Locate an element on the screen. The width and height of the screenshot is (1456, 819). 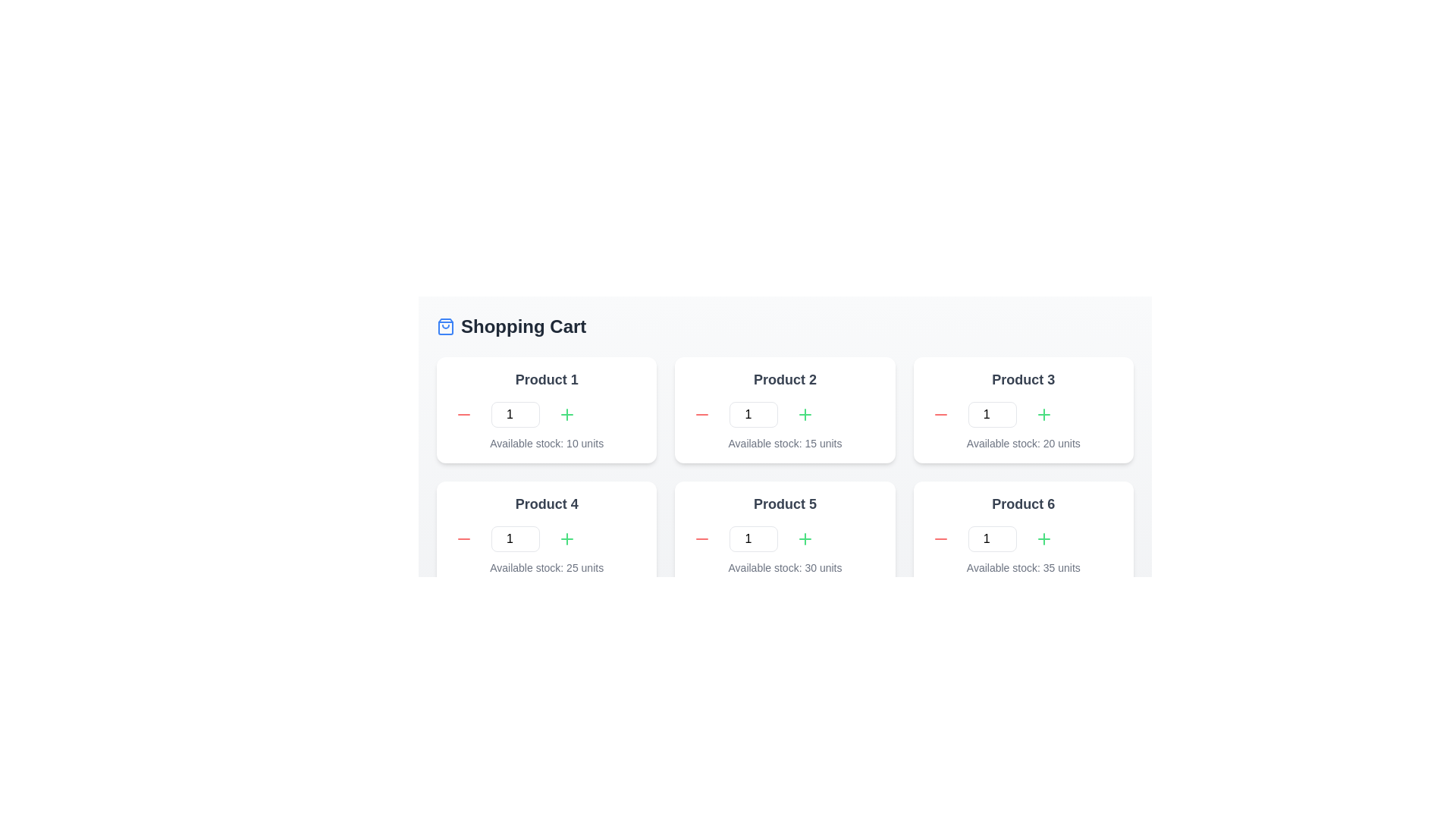
the minus sign SVG icon within the red circular button located to the left of the quantity input box for 'Product 2' in the shopping cart interface is located at coordinates (701, 415).